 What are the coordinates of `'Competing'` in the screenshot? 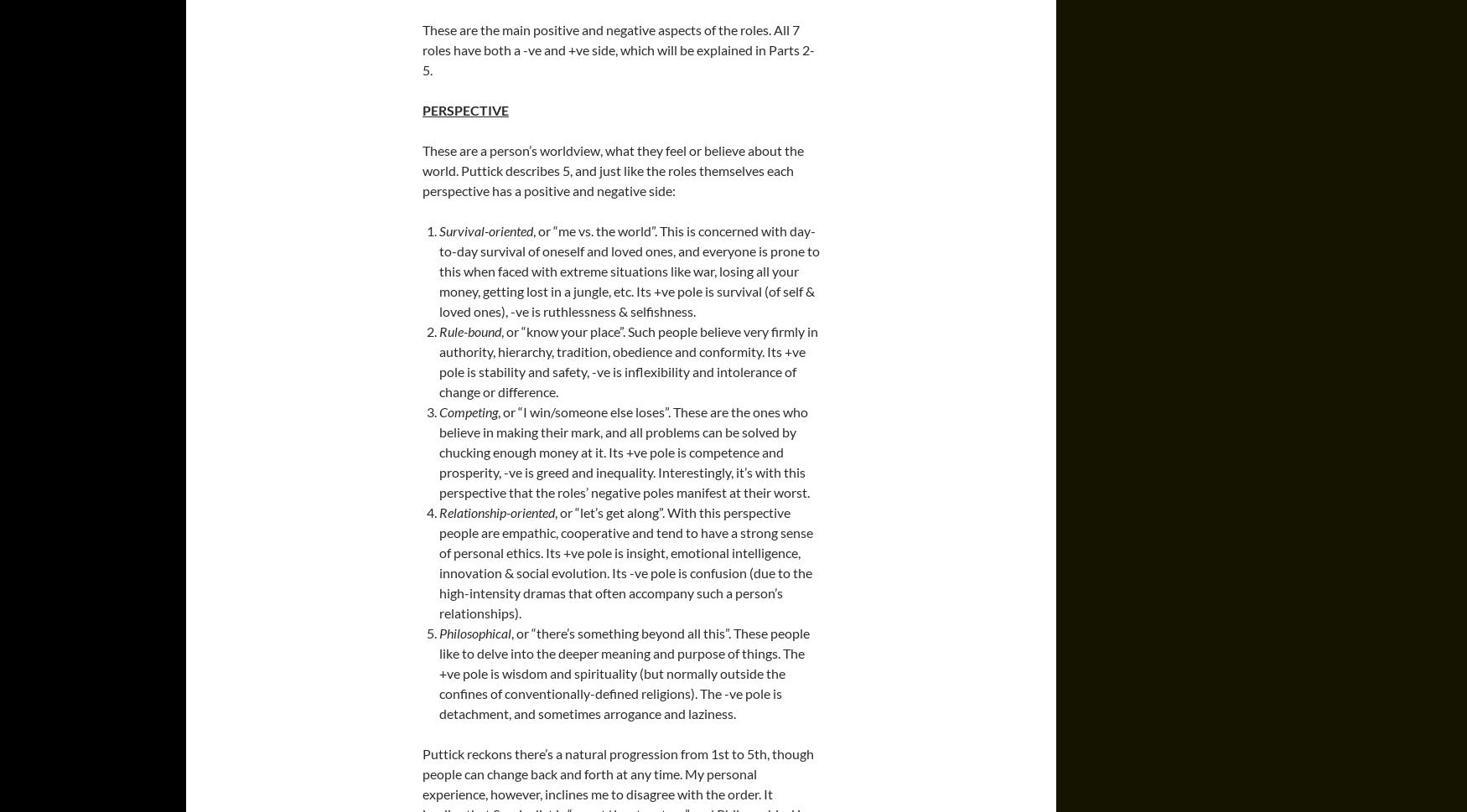 It's located at (467, 411).